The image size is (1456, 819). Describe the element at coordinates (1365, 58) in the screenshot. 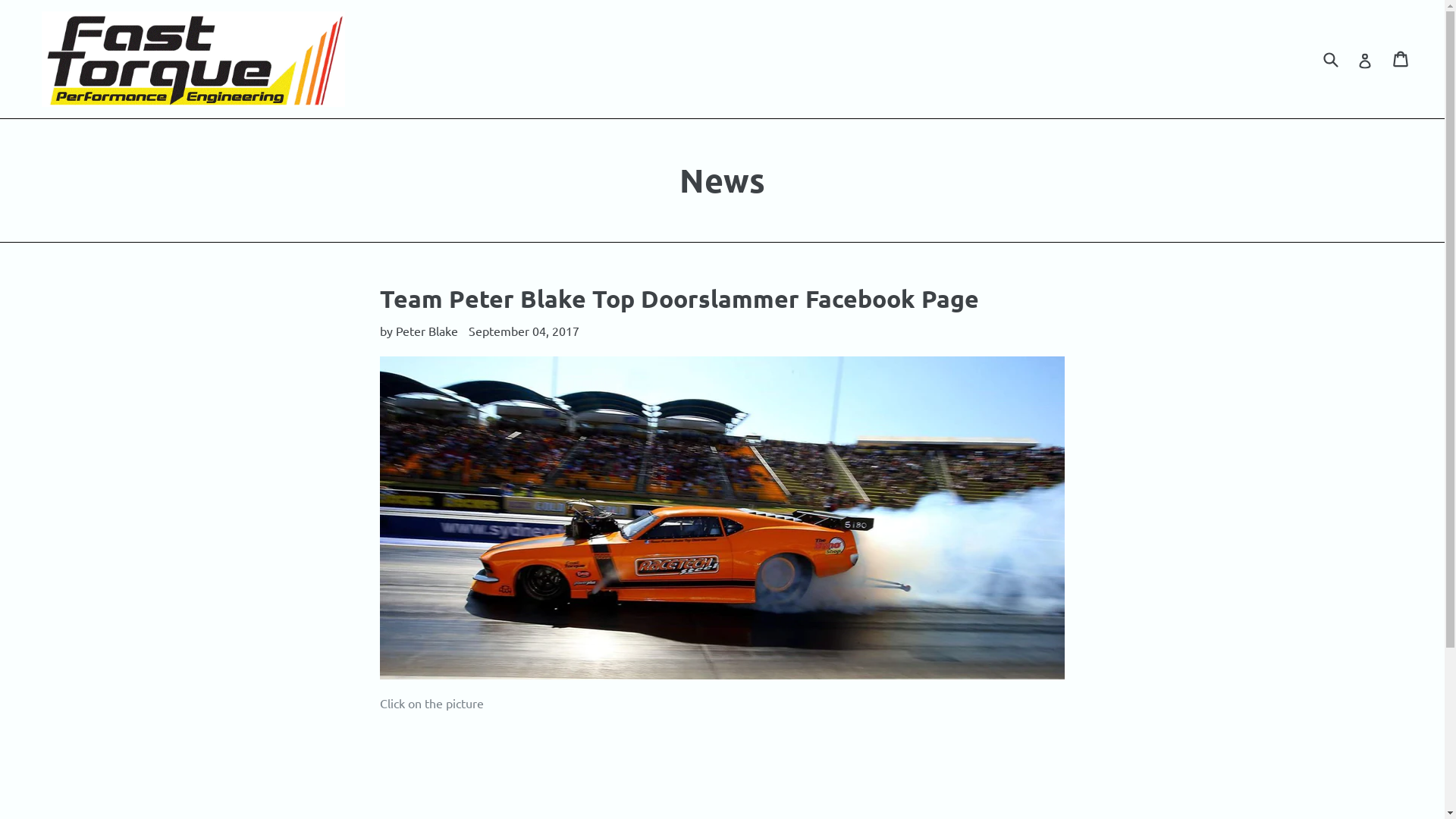

I see `'Log in'` at that location.